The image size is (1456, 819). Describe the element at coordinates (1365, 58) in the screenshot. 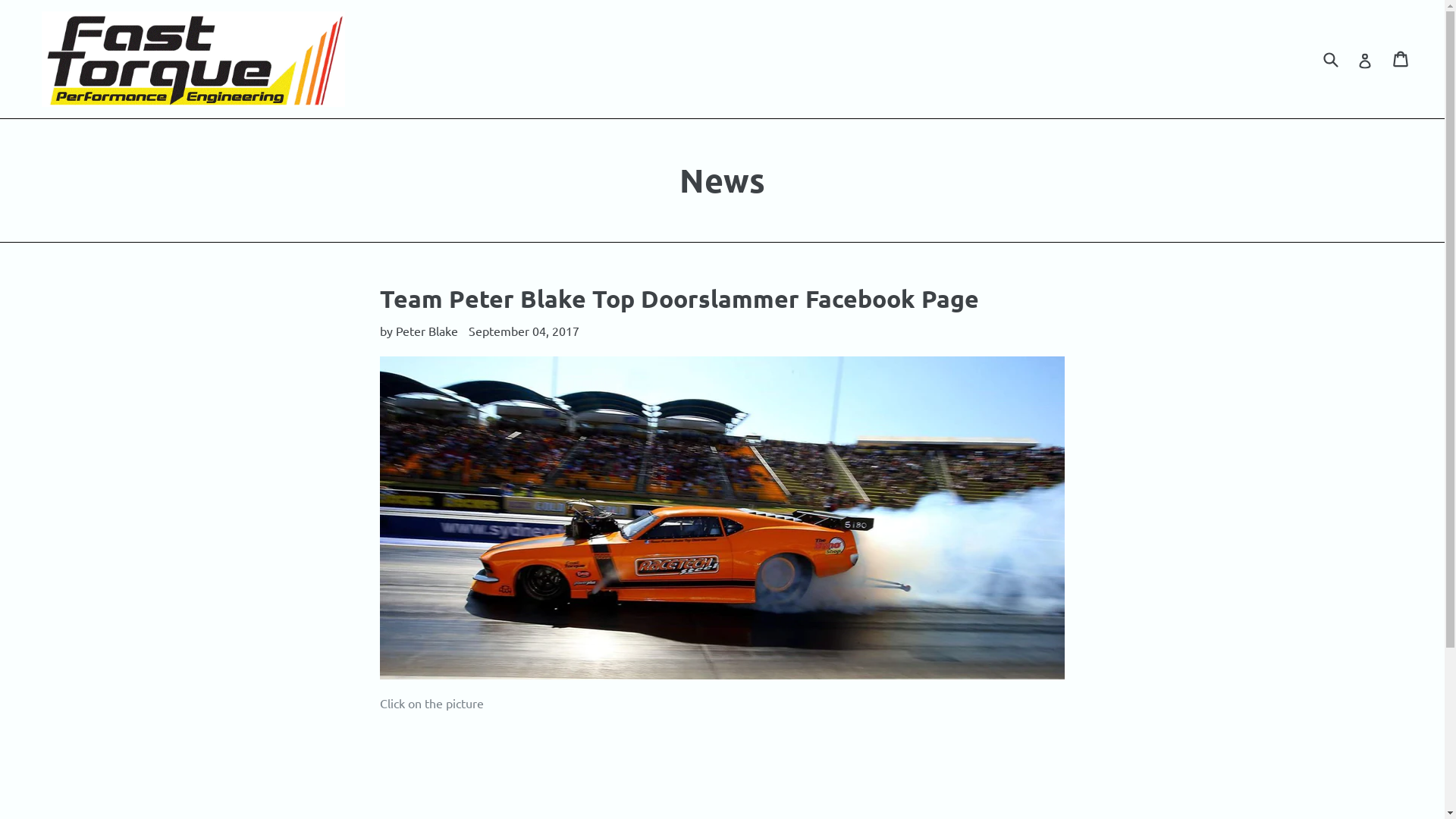

I see `'Log in'` at that location.